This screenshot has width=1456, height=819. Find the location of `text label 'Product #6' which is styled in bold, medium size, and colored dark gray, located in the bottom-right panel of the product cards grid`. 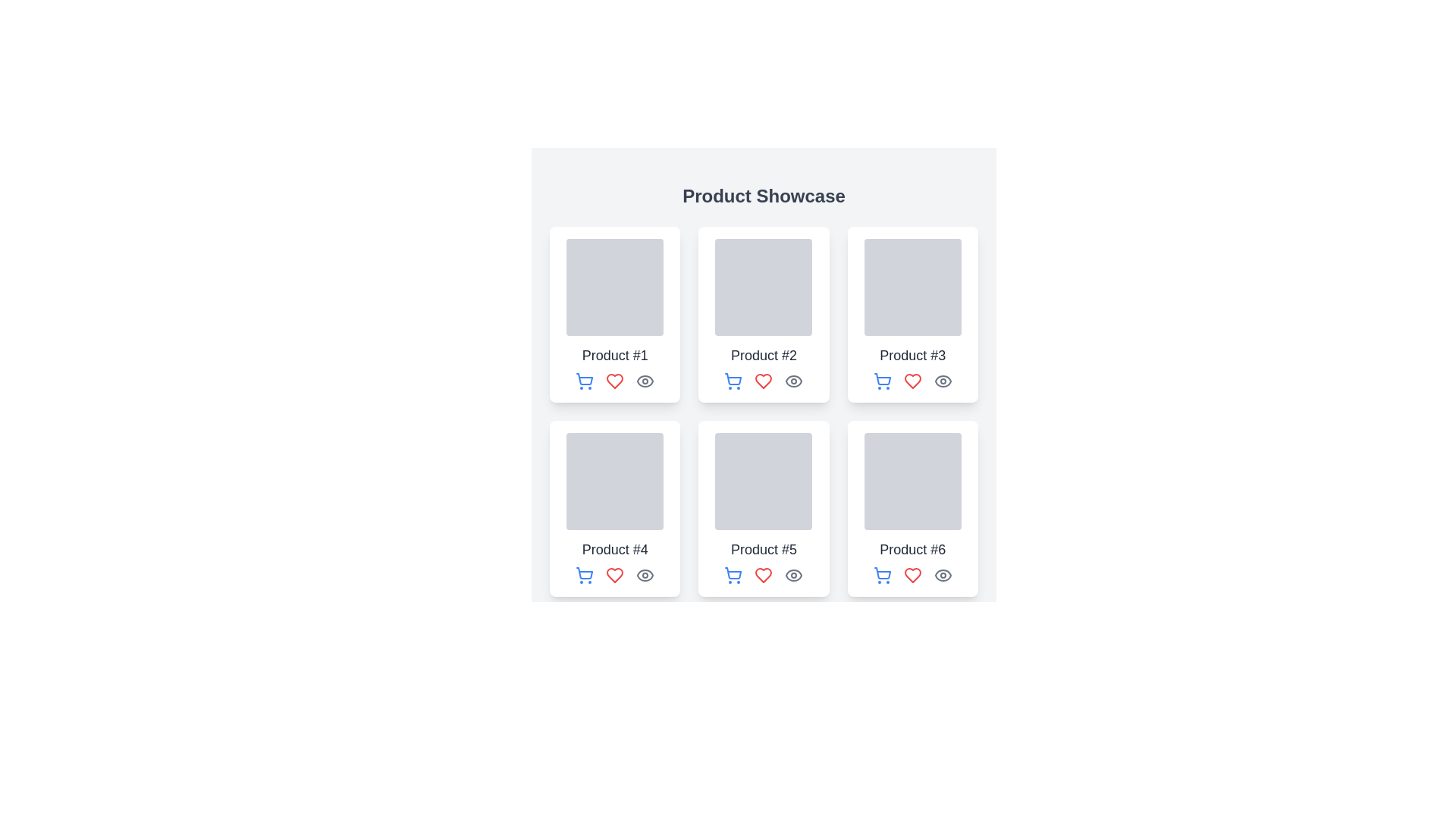

text label 'Product #6' which is styled in bold, medium size, and colored dark gray, located in the bottom-right panel of the product cards grid is located at coordinates (912, 550).